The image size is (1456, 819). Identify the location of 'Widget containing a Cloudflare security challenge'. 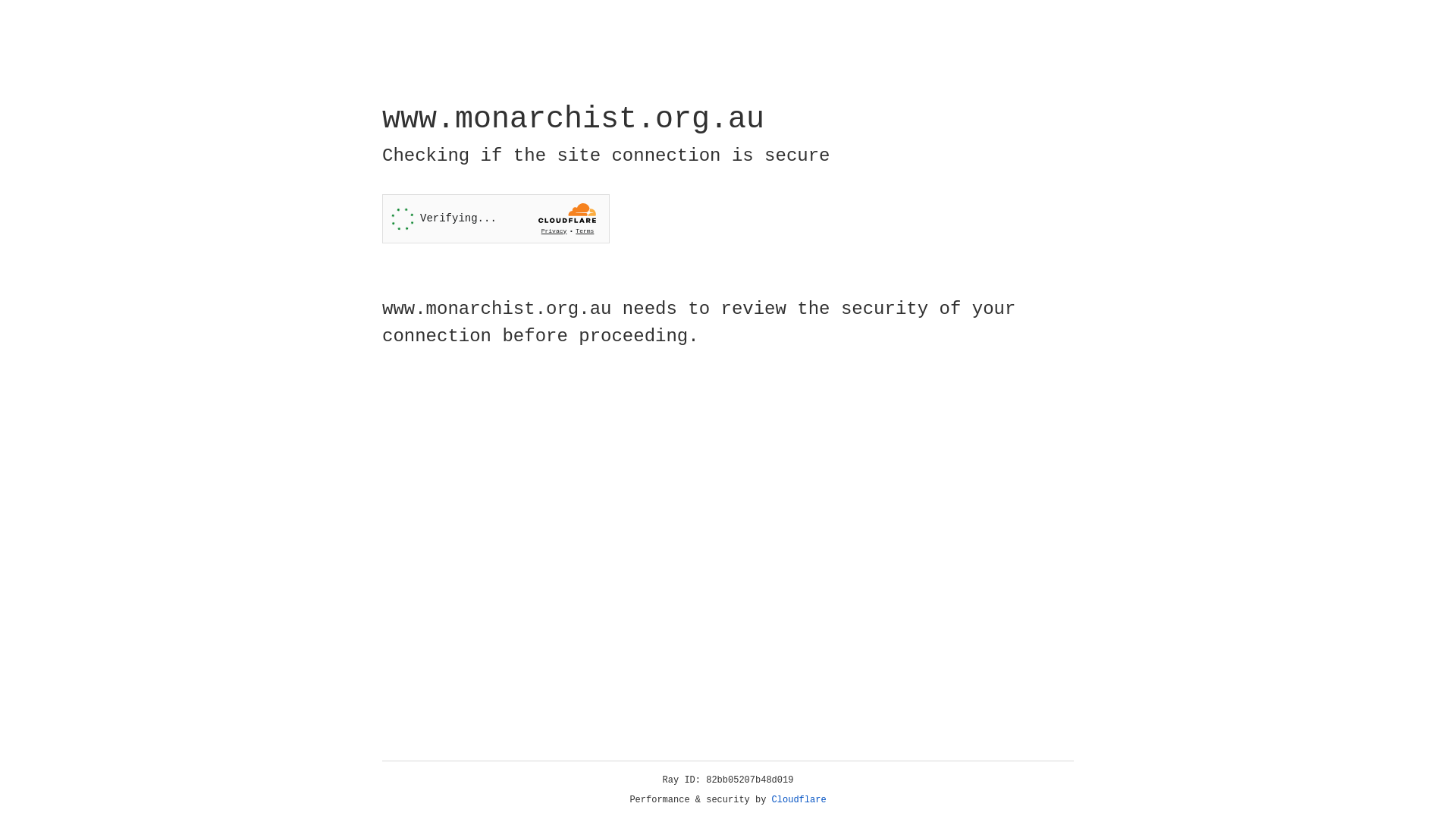
(495, 218).